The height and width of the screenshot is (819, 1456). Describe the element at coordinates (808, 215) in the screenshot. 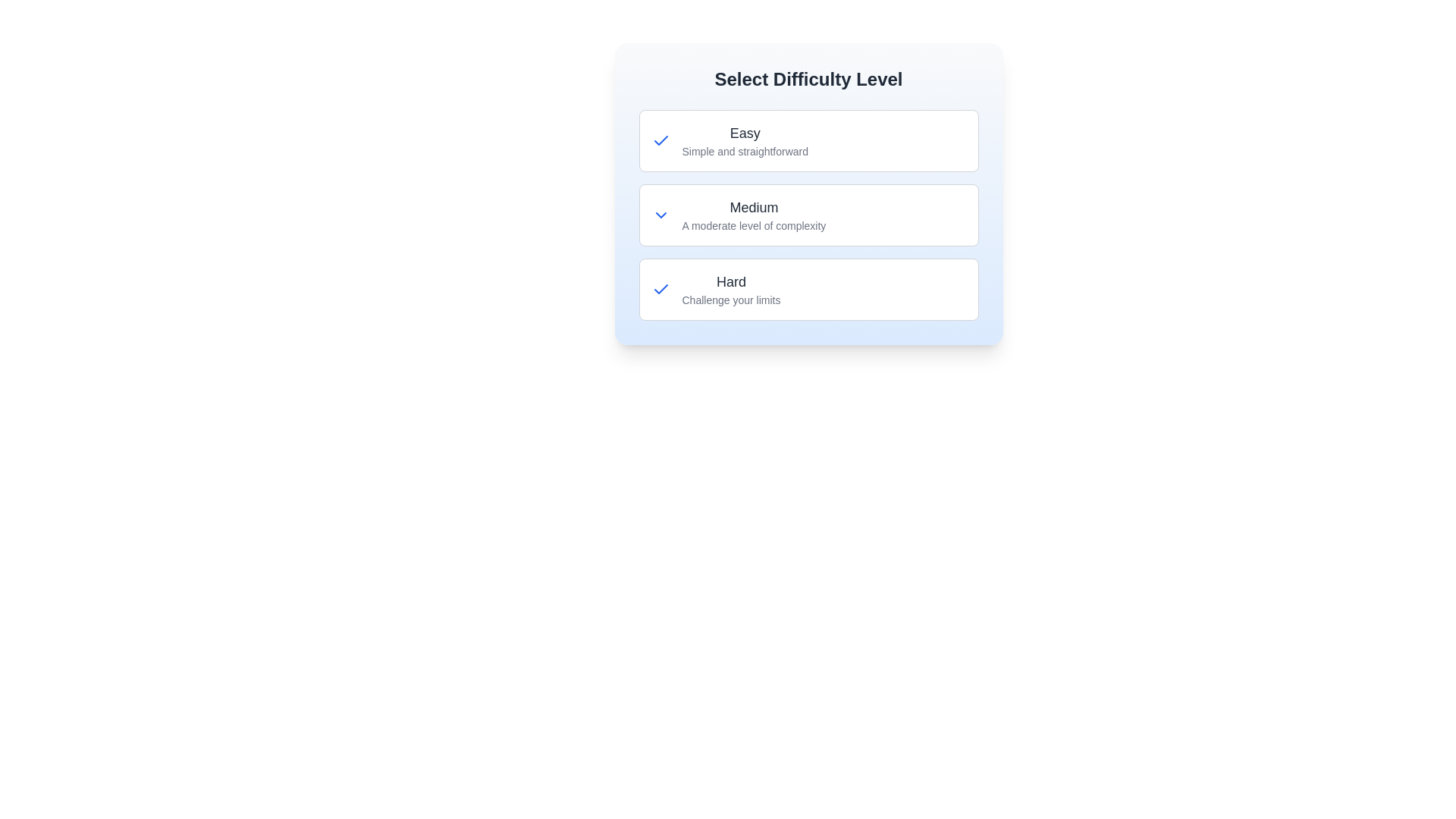

I see `the 'Medium' selectable difficulty option card, which is the second item in a vertical list of difficulty options` at that location.